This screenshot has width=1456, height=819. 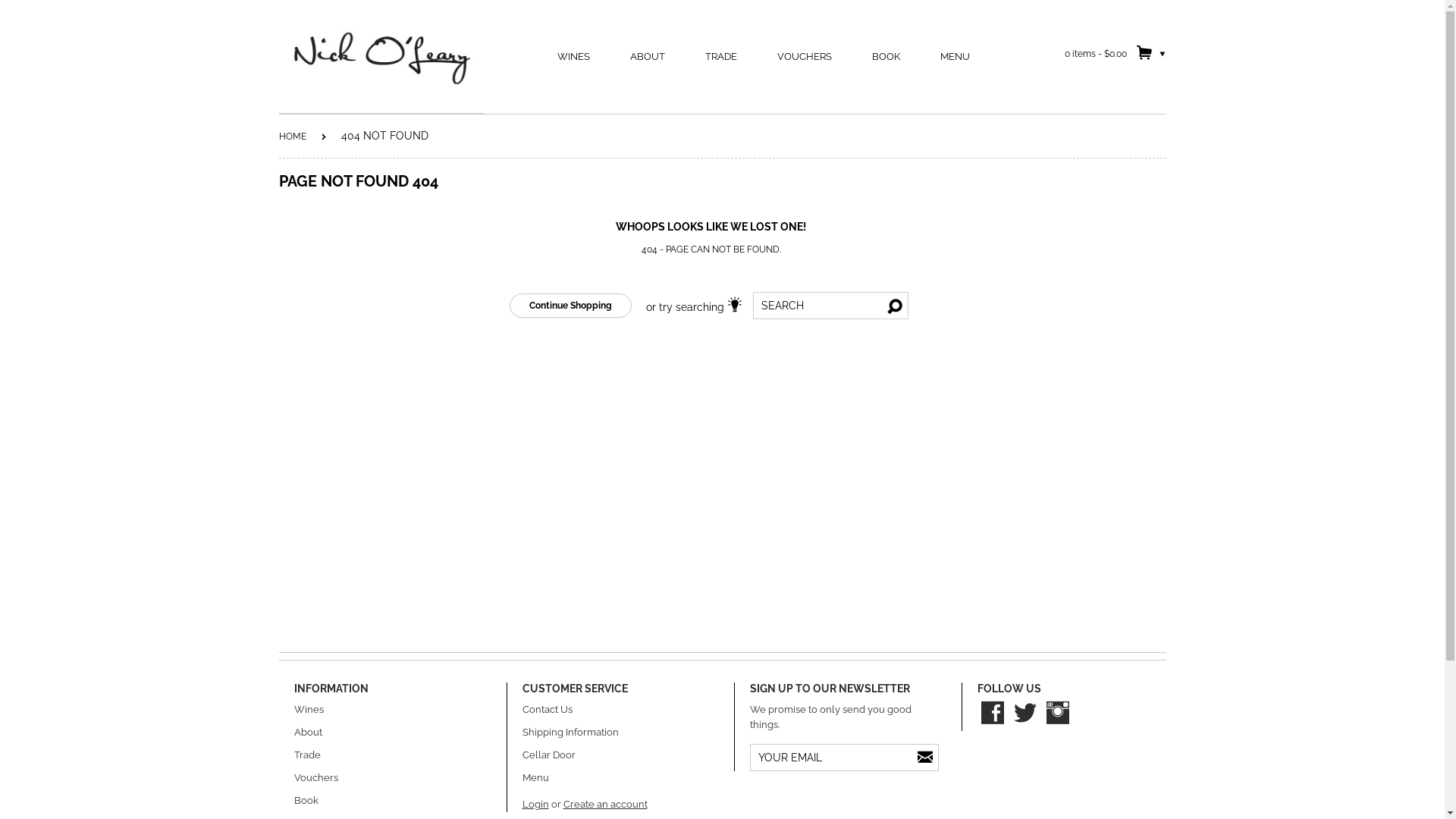 What do you see at coordinates (570, 305) in the screenshot?
I see `'Continue Shopping'` at bounding box center [570, 305].